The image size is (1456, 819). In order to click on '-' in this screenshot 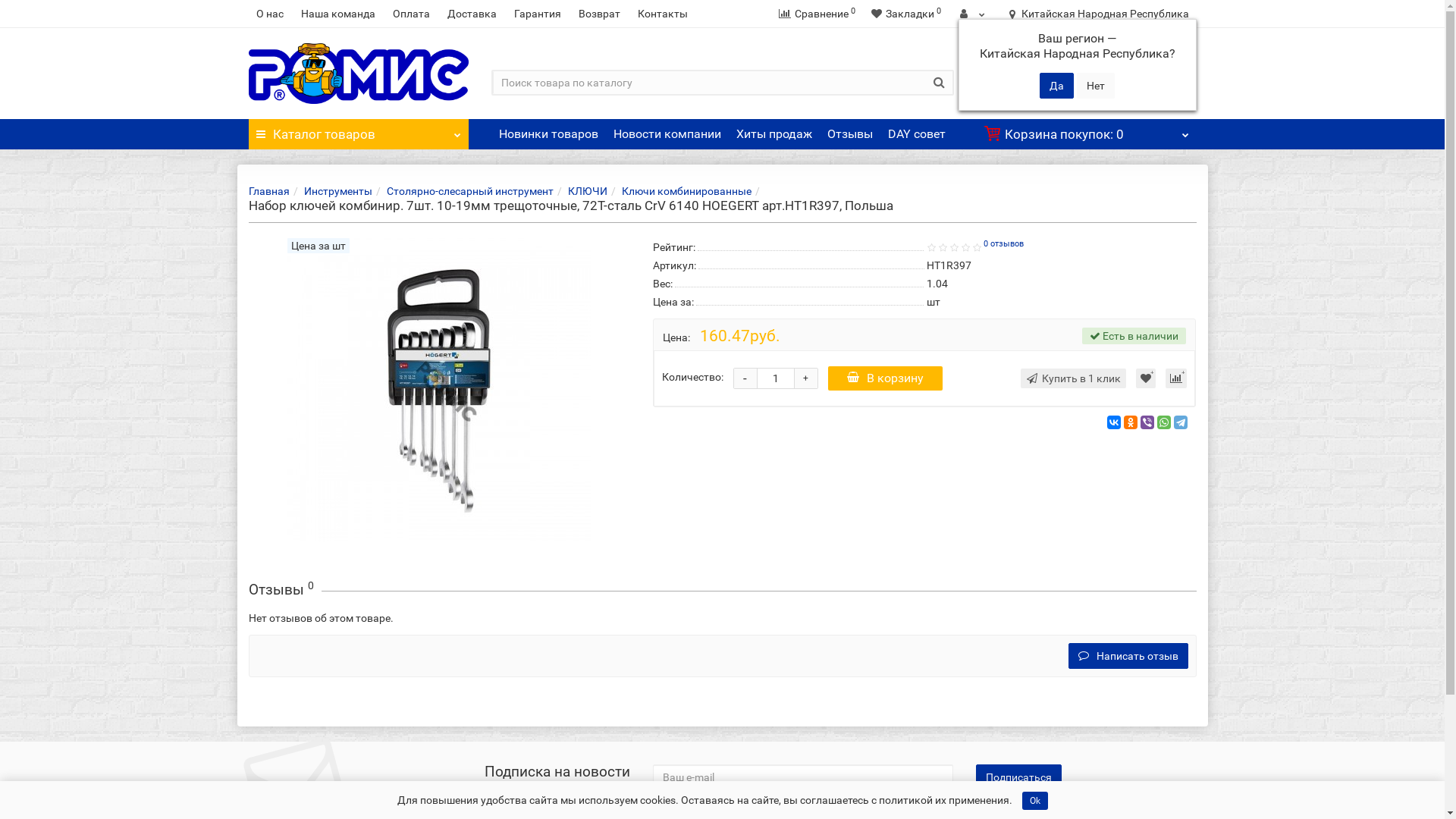, I will do `click(745, 377)`.